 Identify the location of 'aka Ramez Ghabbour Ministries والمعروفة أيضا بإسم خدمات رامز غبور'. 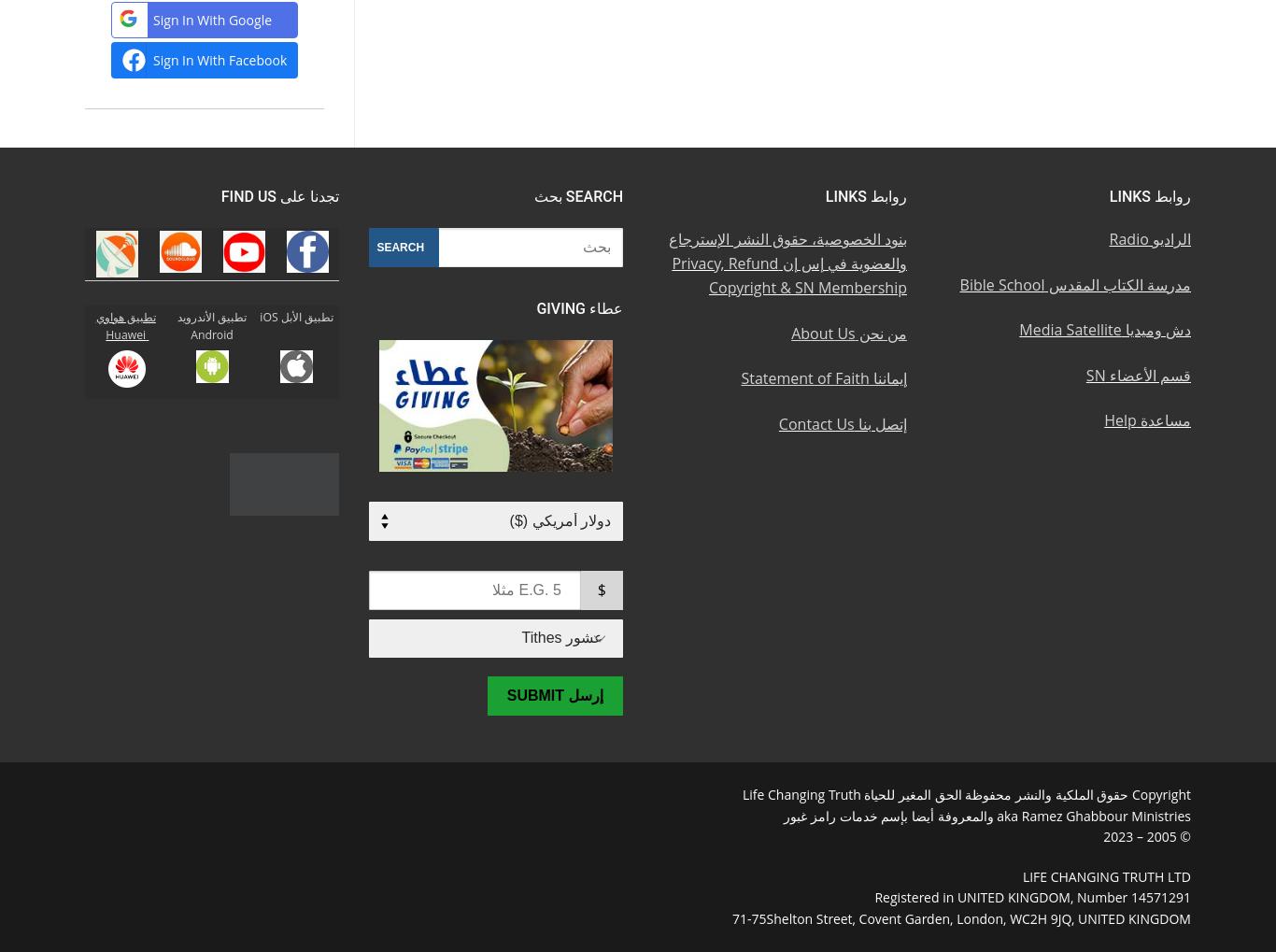
(986, 814).